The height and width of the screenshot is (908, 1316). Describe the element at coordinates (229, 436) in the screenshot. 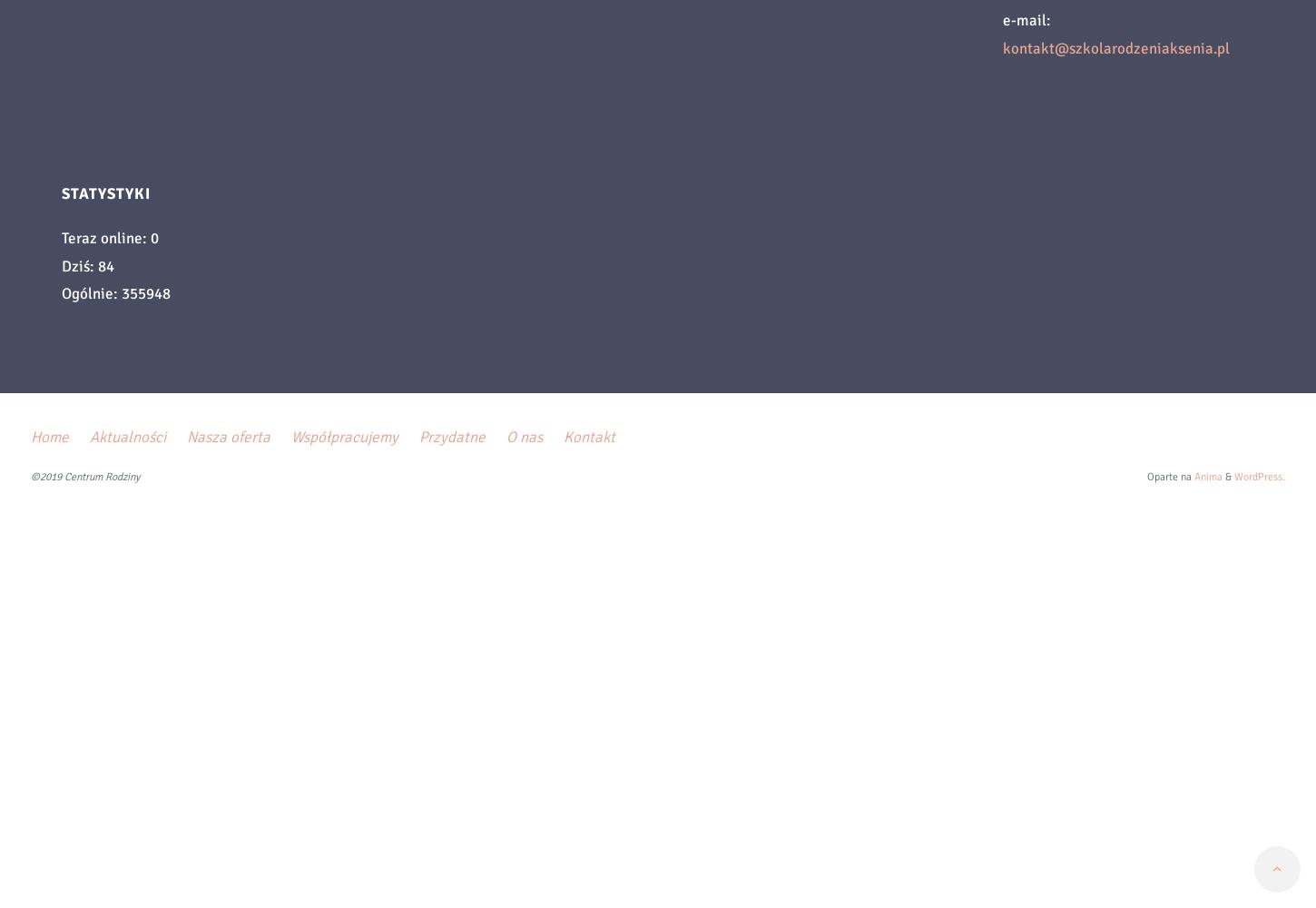

I see `'Nasza oferta'` at that location.